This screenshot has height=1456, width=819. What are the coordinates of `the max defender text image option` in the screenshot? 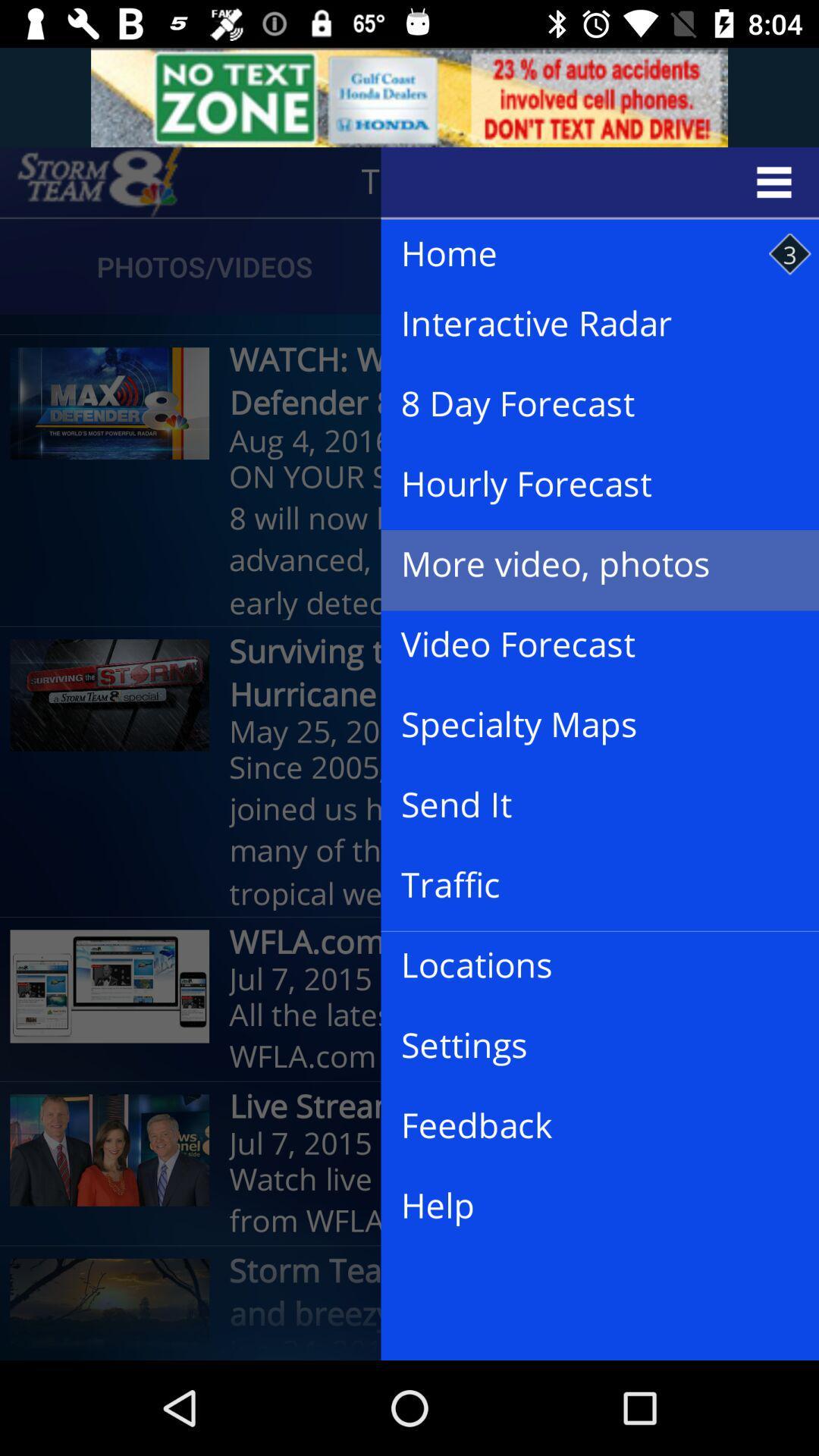 It's located at (109, 403).